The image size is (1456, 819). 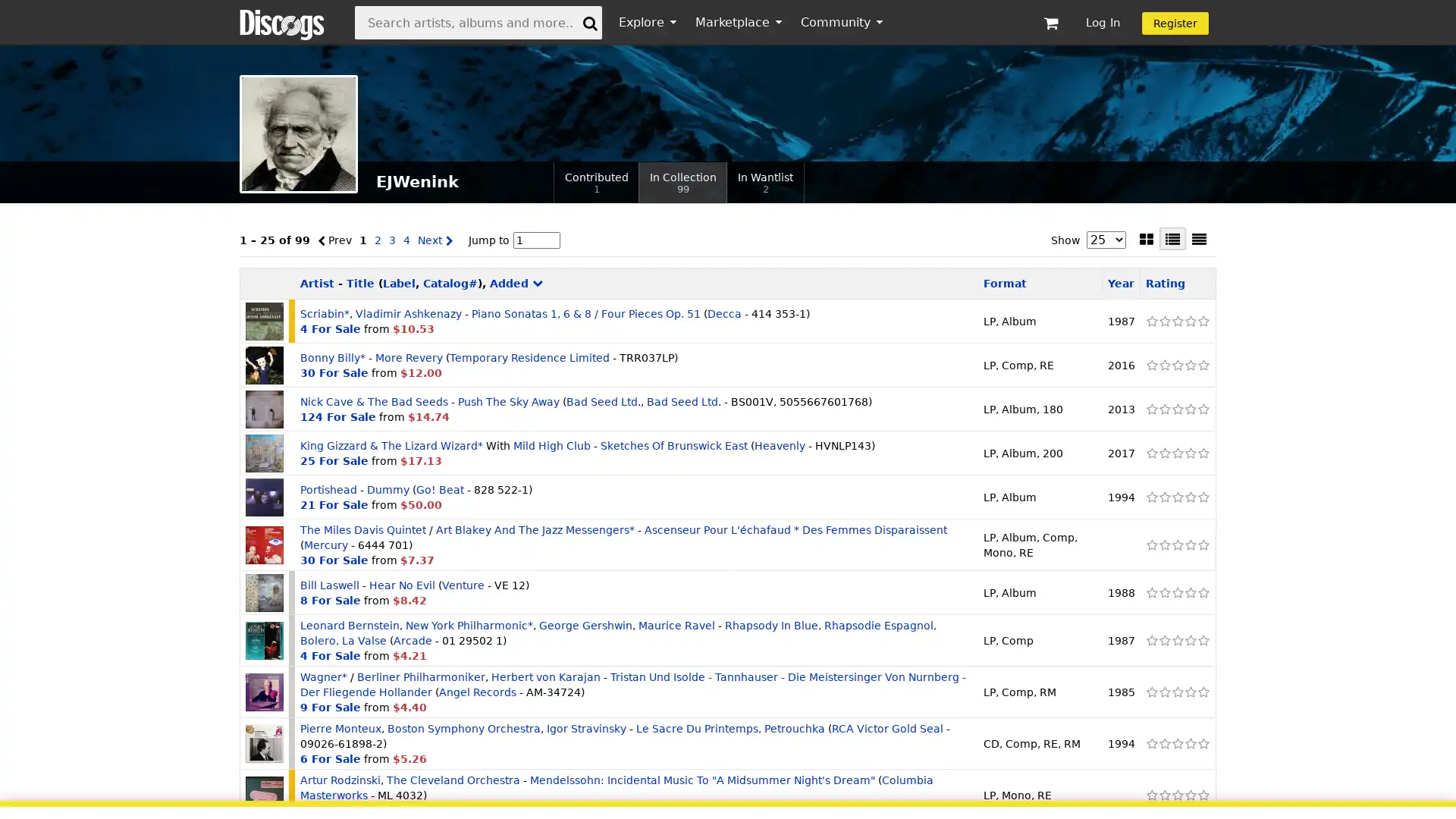 What do you see at coordinates (1151, 321) in the screenshot?
I see `Rate this release 1 star.` at bounding box center [1151, 321].